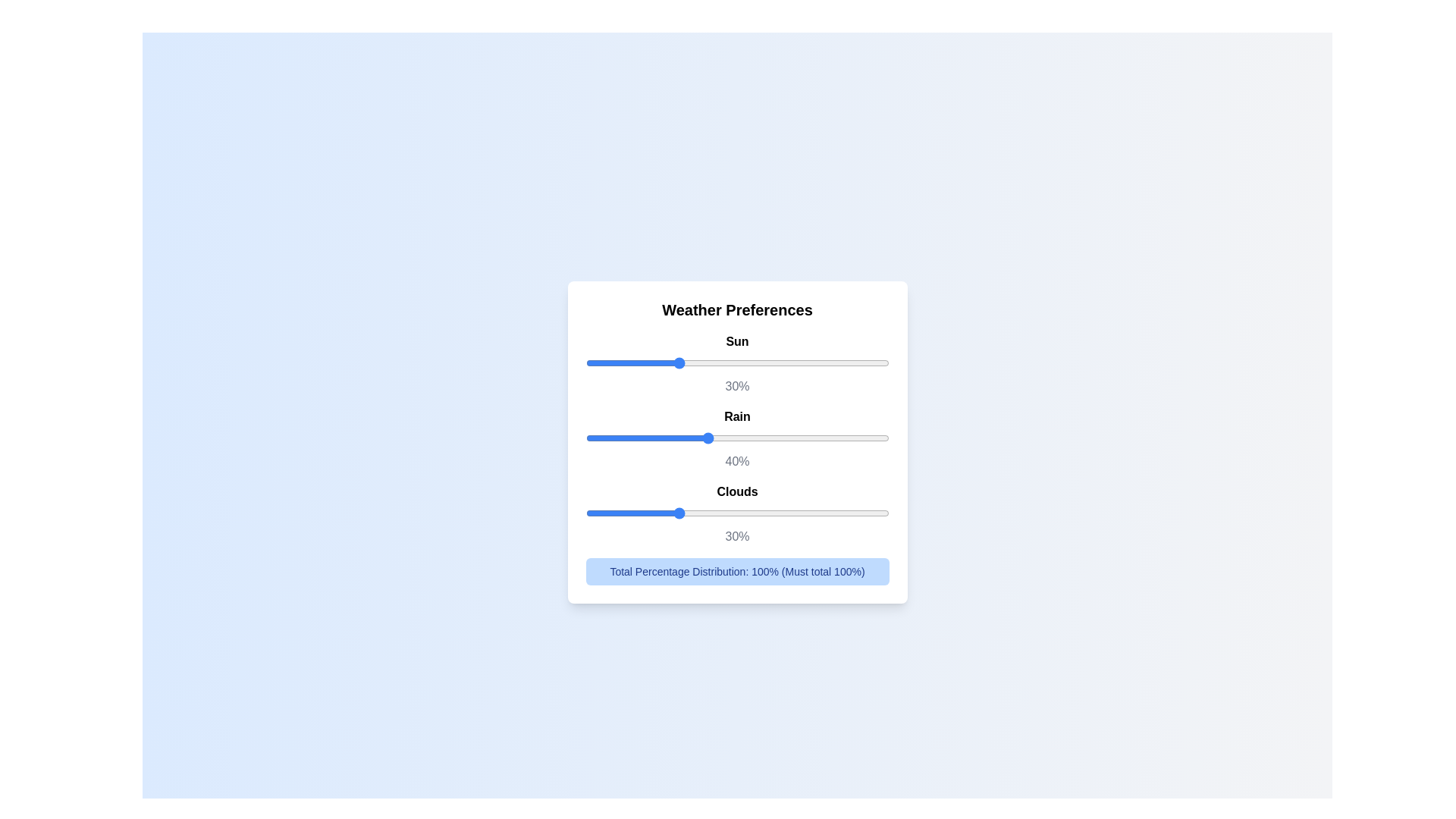 This screenshot has width=1456, height=819. I want to click on the 'Rain' slider to 74%, so click(809, 438).